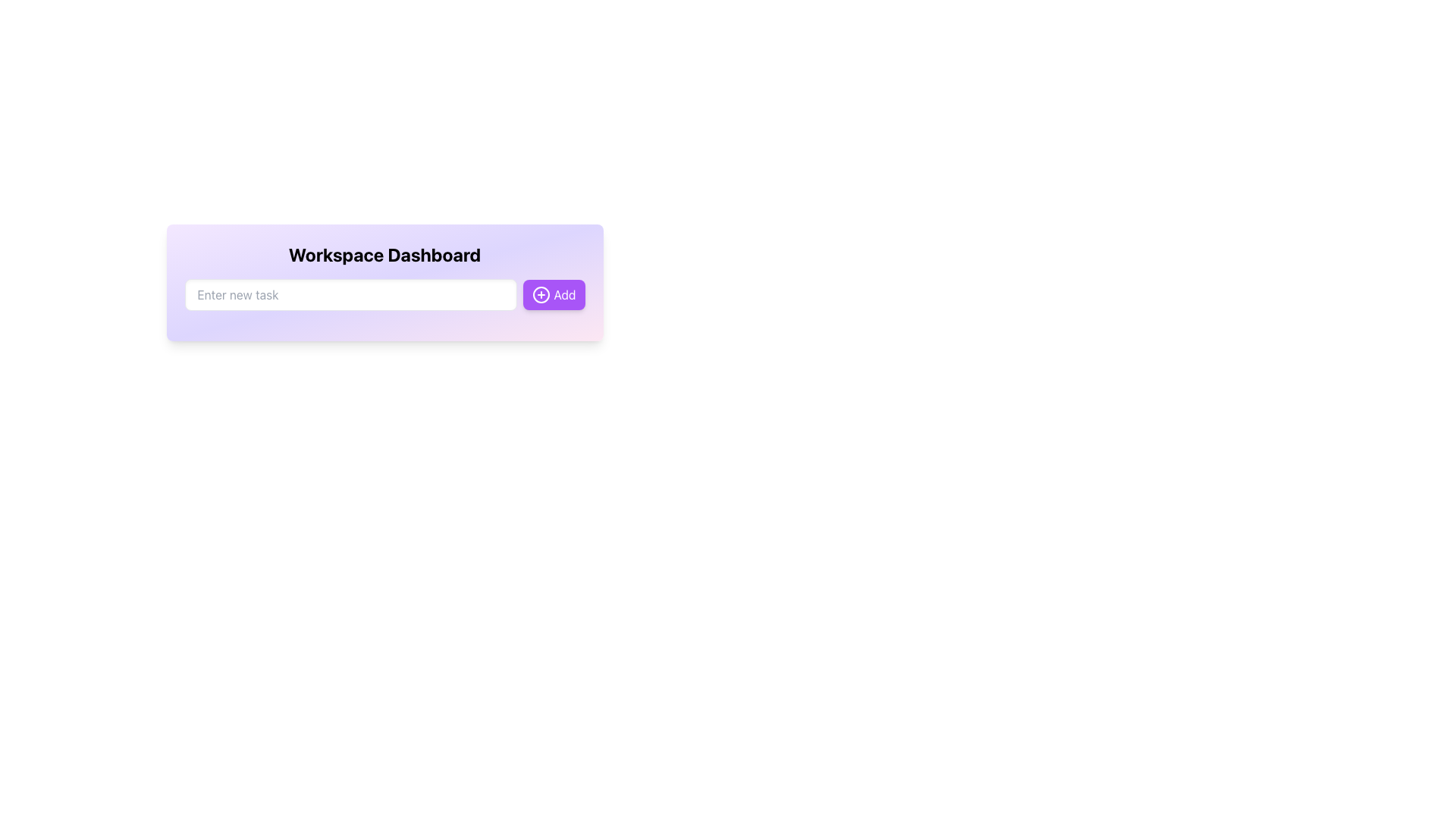  I want to click on the 'Add' button with a purple background and rounded corners, so click(553, 295).